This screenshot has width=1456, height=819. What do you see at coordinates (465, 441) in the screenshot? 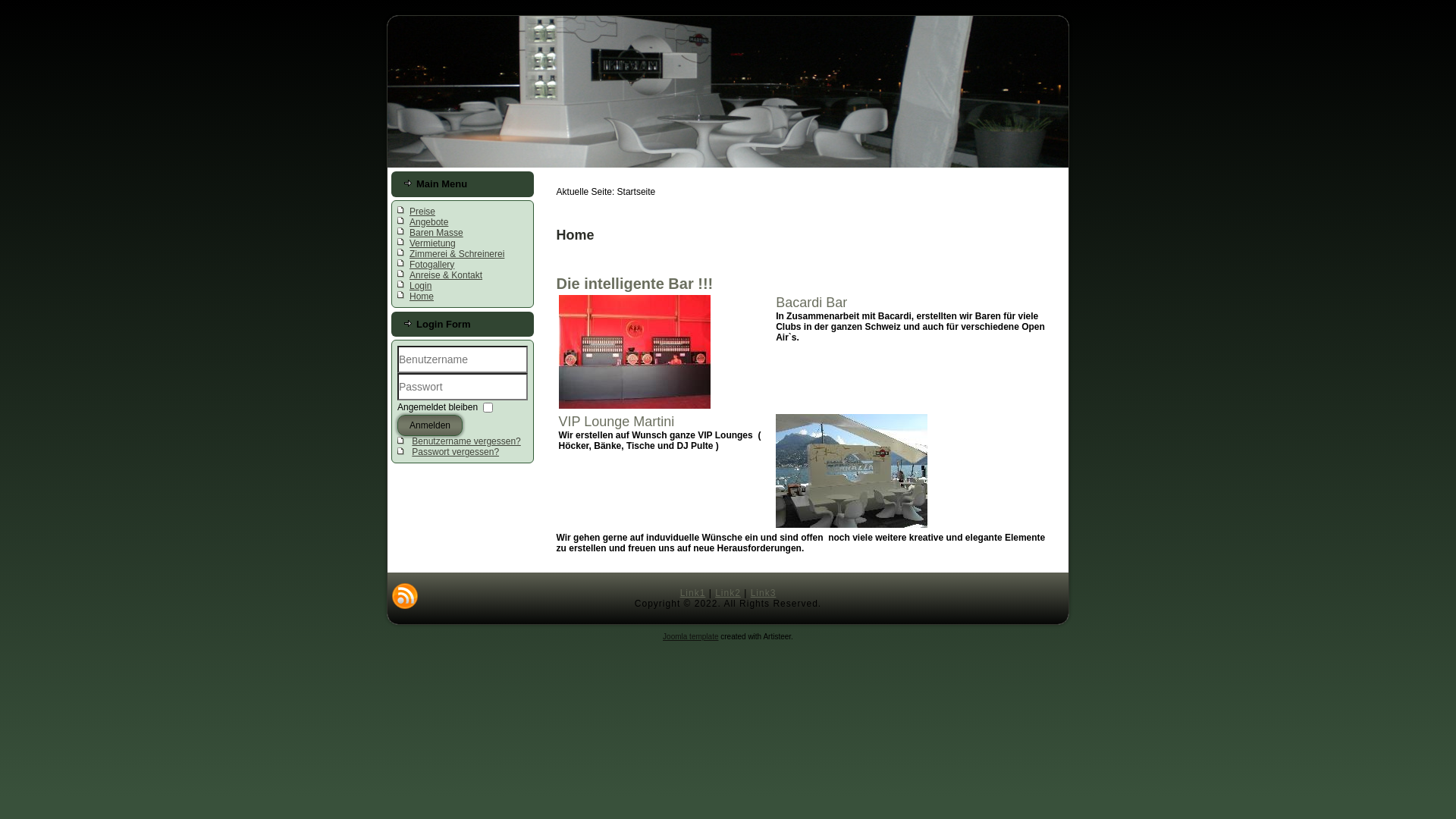
I see `'Benutzername vergessen?'` at bounding box center [465, 441].